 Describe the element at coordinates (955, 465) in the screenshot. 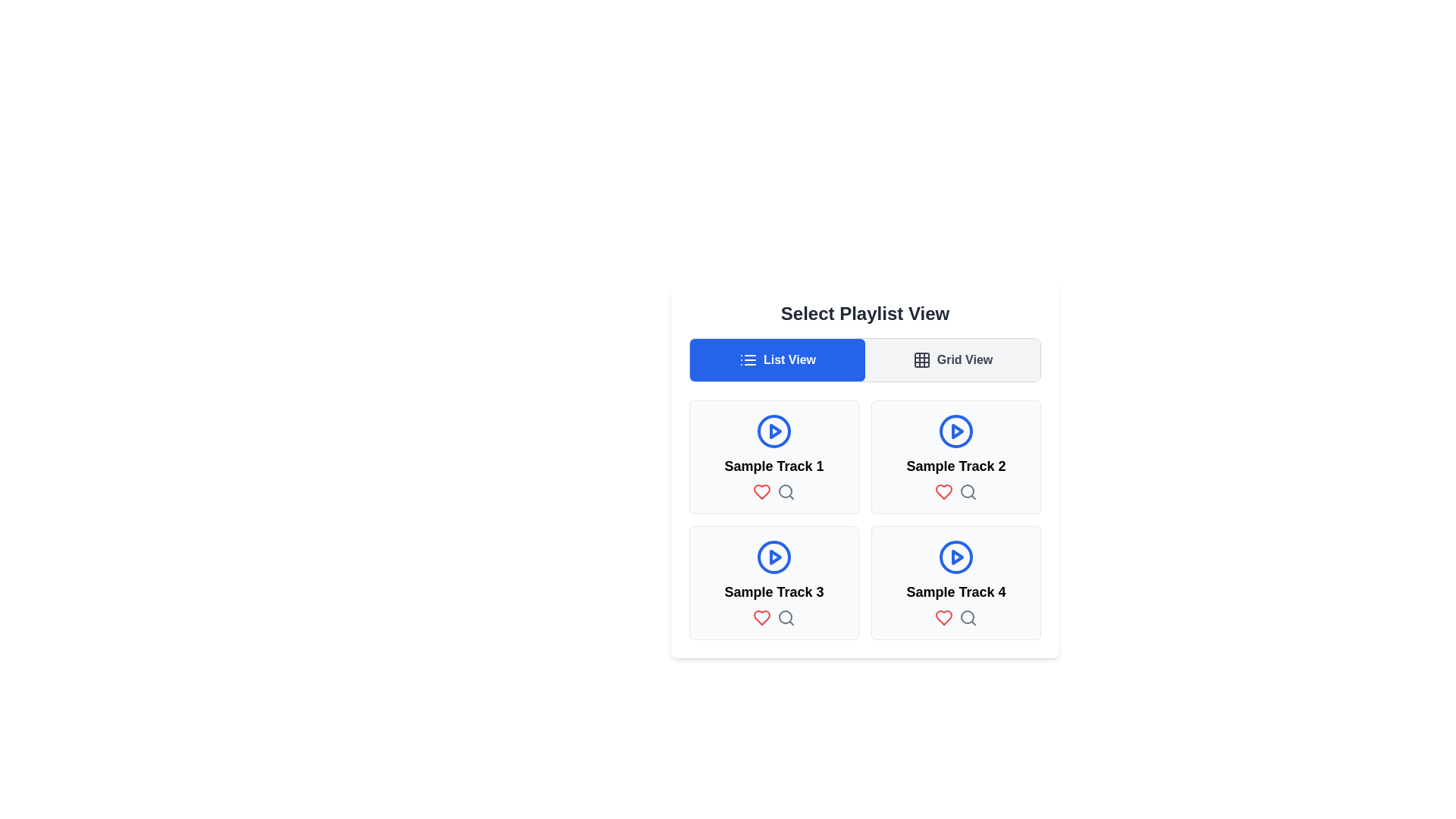

I see `text of the label 'Sample Track 2' located in the second cell of the first row below the header 'Select Playlist View'` at that location.